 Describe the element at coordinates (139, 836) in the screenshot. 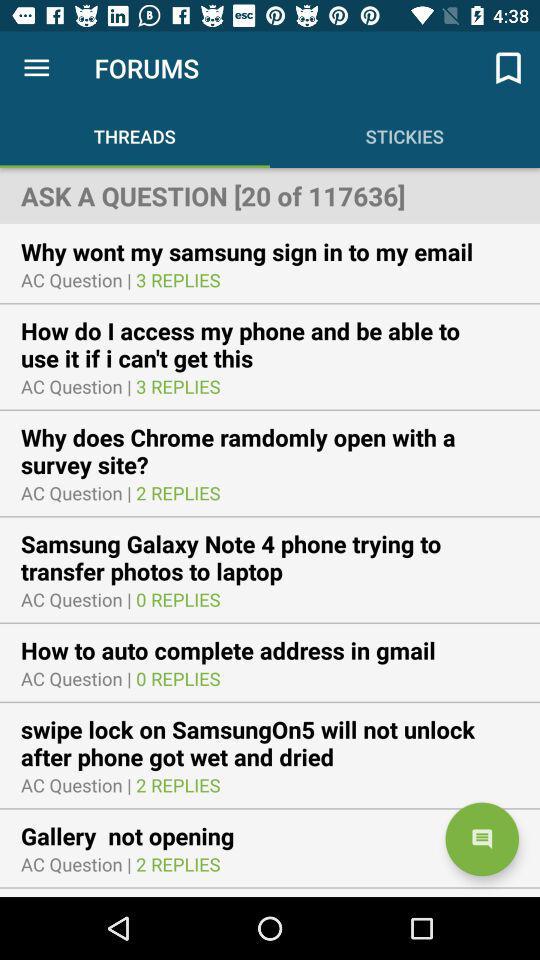

I see `icon below the ac question |` at that location.